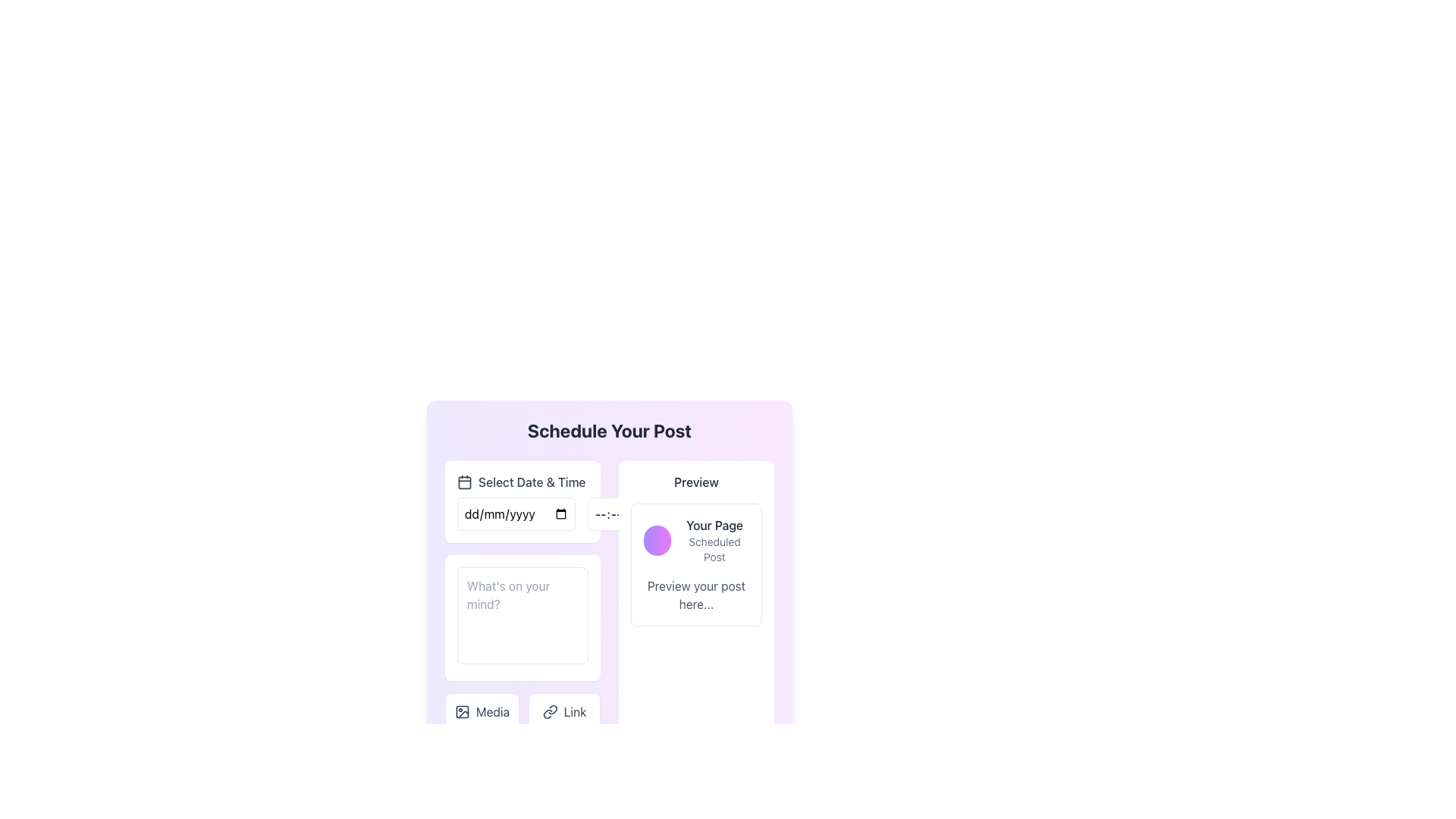 The image size is (1456, 819). What do you see at coordinates (461, 711) in the screenshot?
I see `the 'Media' button icon located at the bottom-left area of the interface, which indicates its functionality related to uploading or managing media files` at bounding box center [461, 711].